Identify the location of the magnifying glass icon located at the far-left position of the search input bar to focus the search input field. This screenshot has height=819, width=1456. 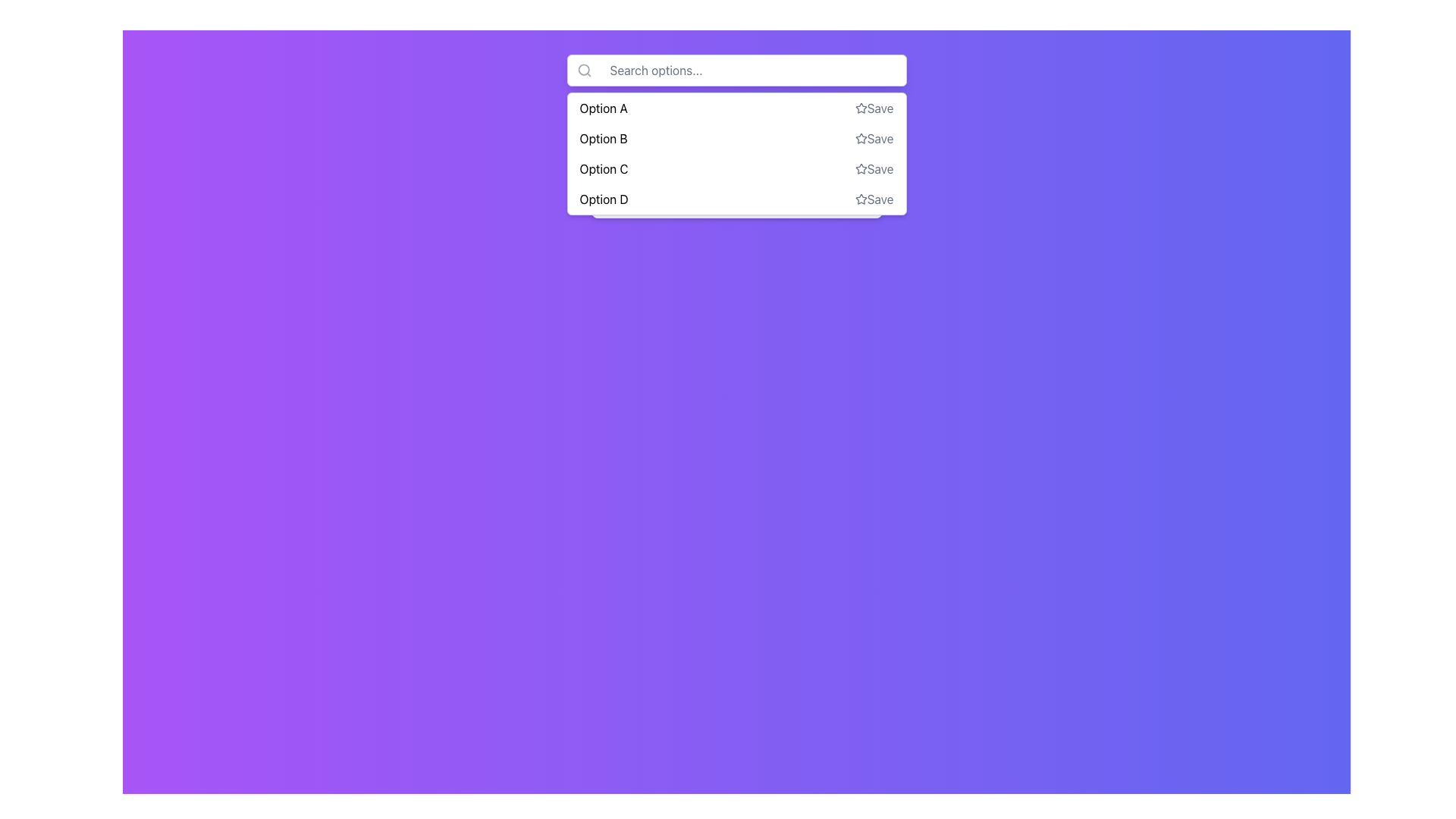
(583, 70).